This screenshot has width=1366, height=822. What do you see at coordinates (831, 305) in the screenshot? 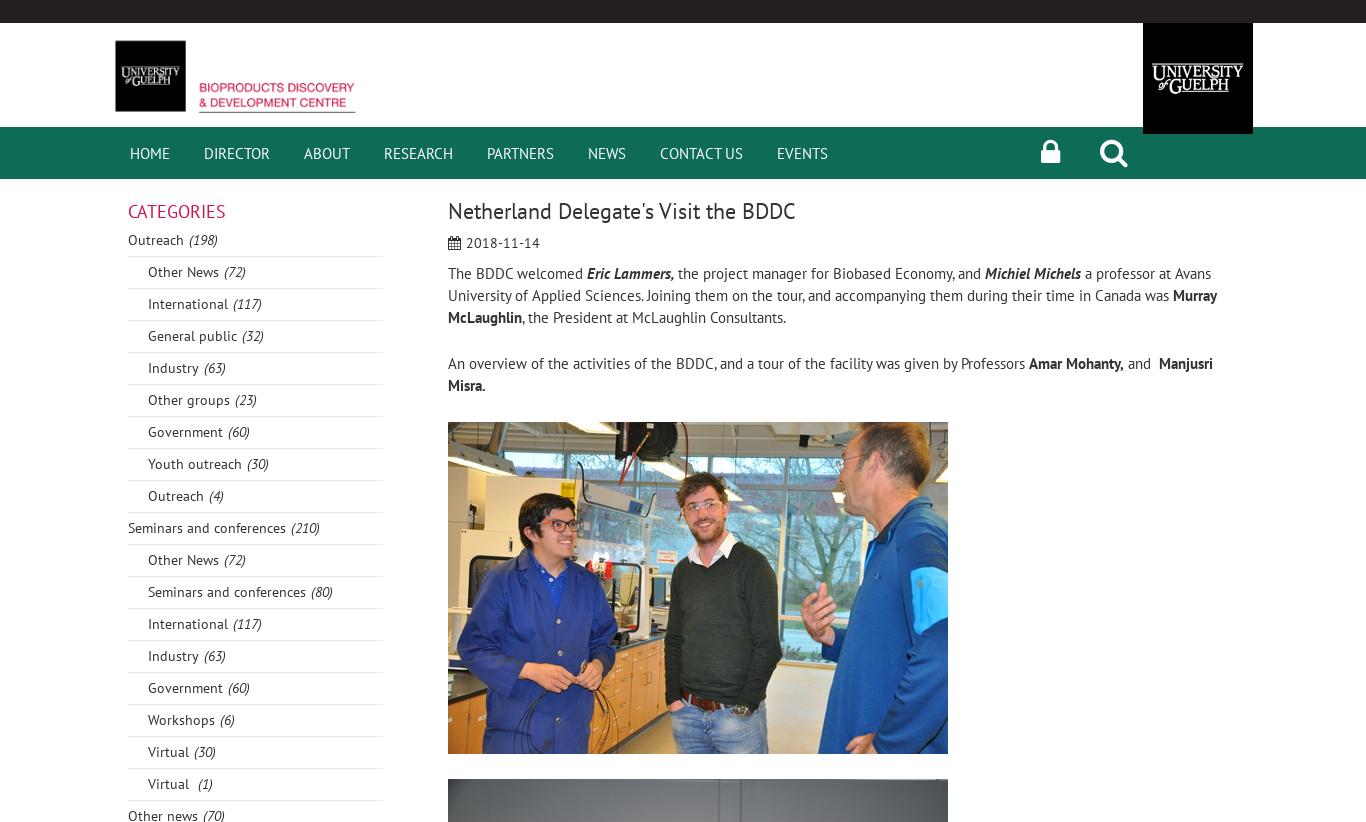
I see `'Murray McLaughlin'` at bounding box center [831, 305].